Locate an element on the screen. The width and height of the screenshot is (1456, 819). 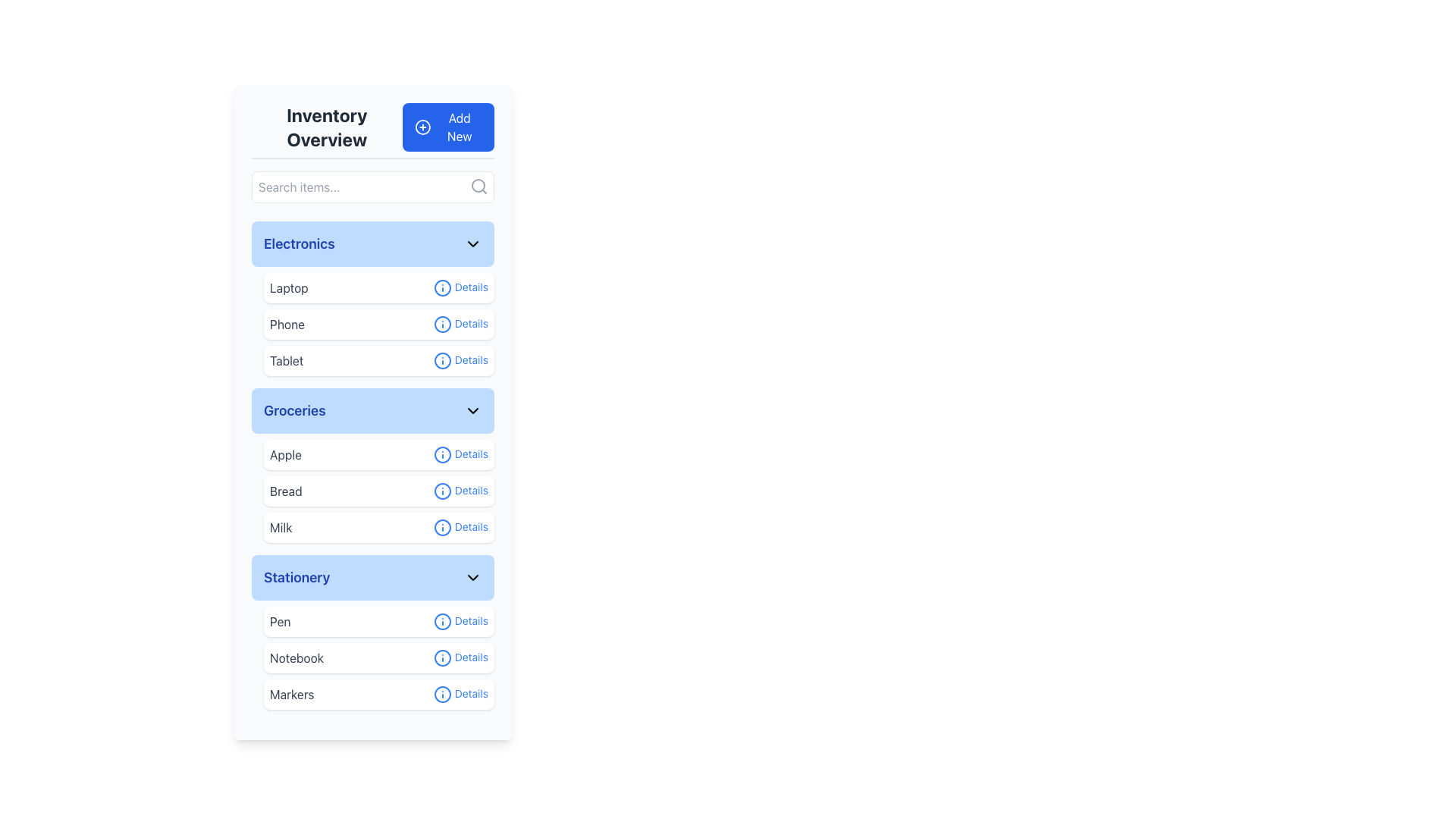
the text label displaying 'Tablet' in the 'Electronics' section, which is the third item in the list is located at coordinates (287, 360).